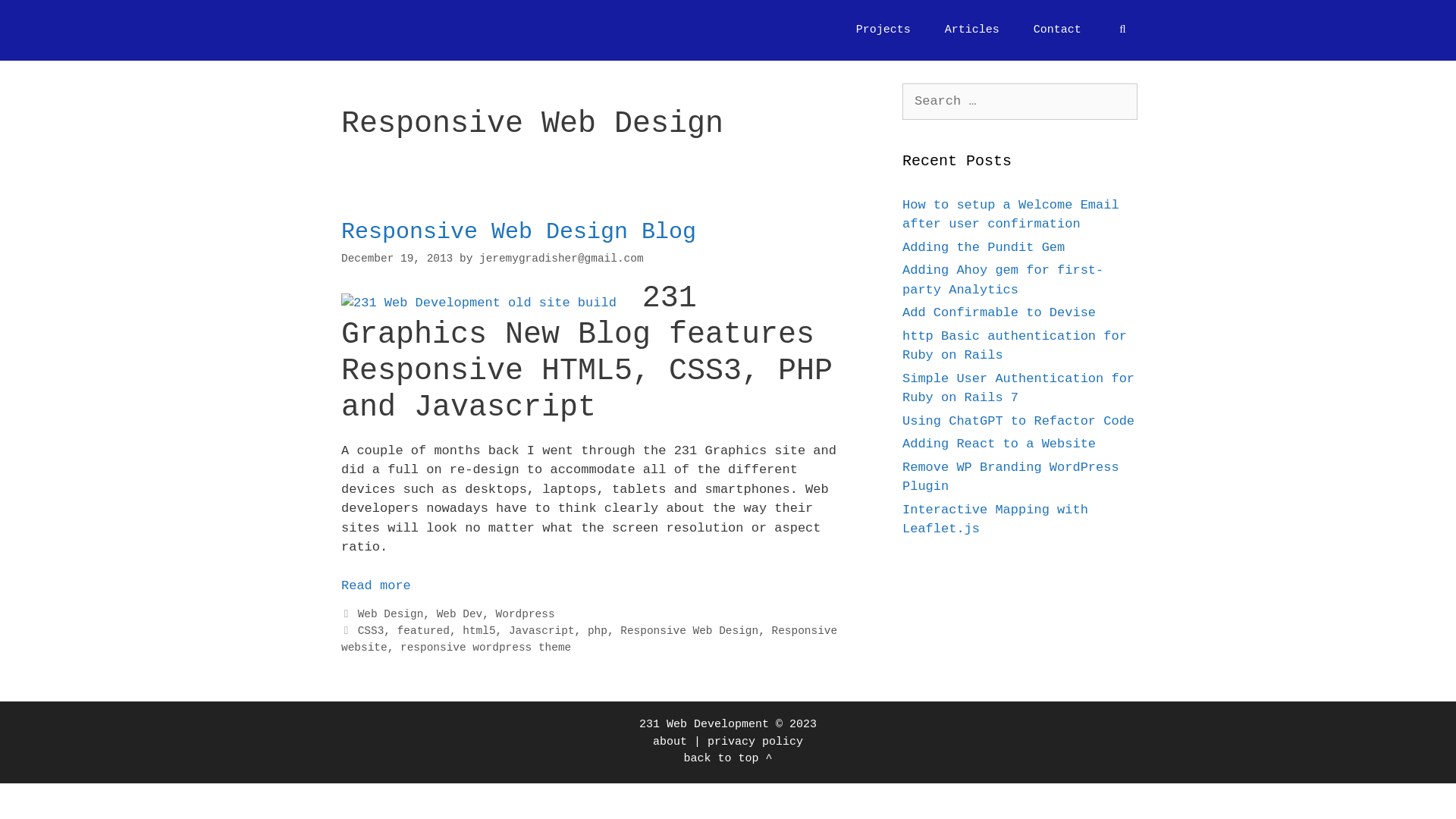 This screenshot has height=819, width=1456. I want to click on 'html5', so click(461, 631).